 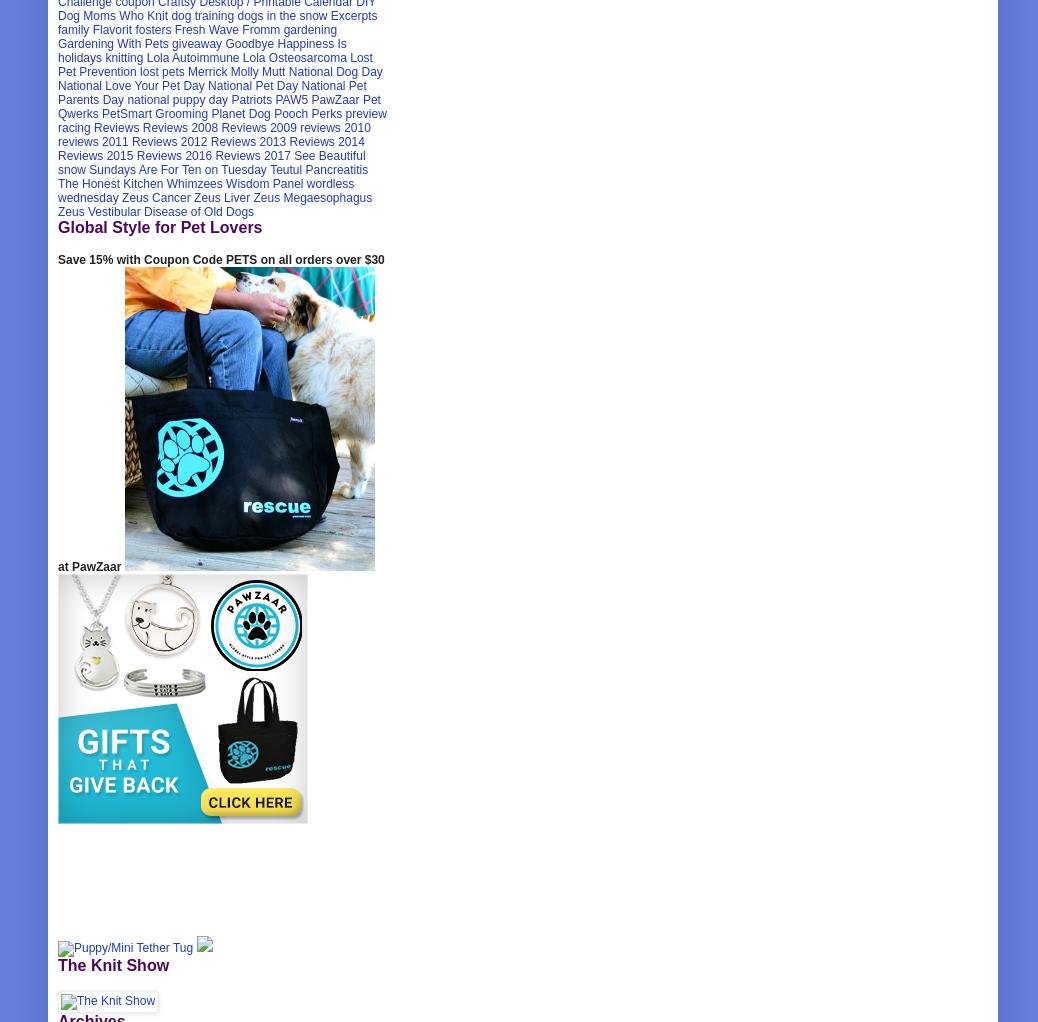 What do you see at coordinates (112, 44) in the screenshot?
I see `'Gardening With Pets'` at bounding box center [112, 44].